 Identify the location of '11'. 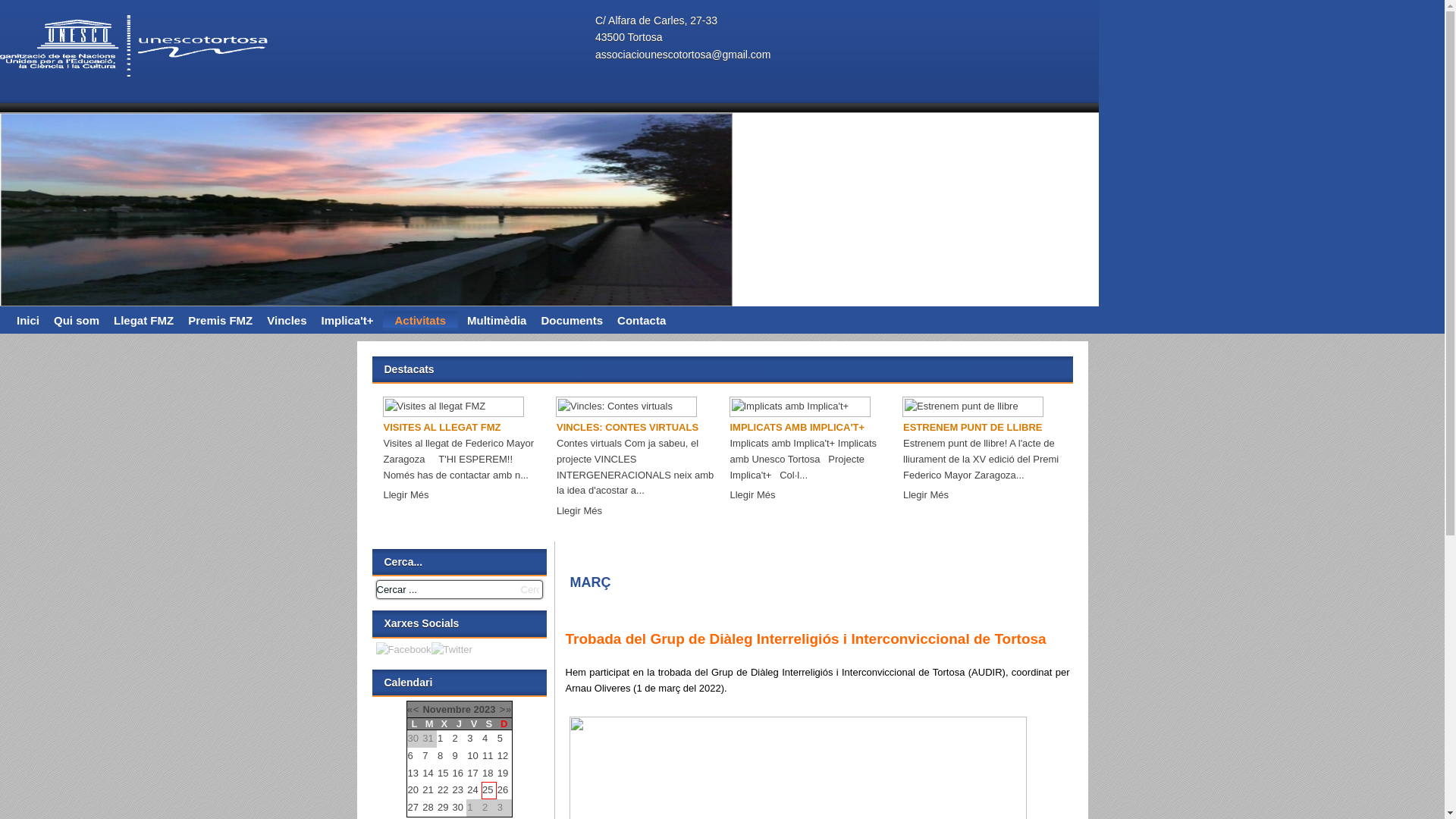
(488, 755).